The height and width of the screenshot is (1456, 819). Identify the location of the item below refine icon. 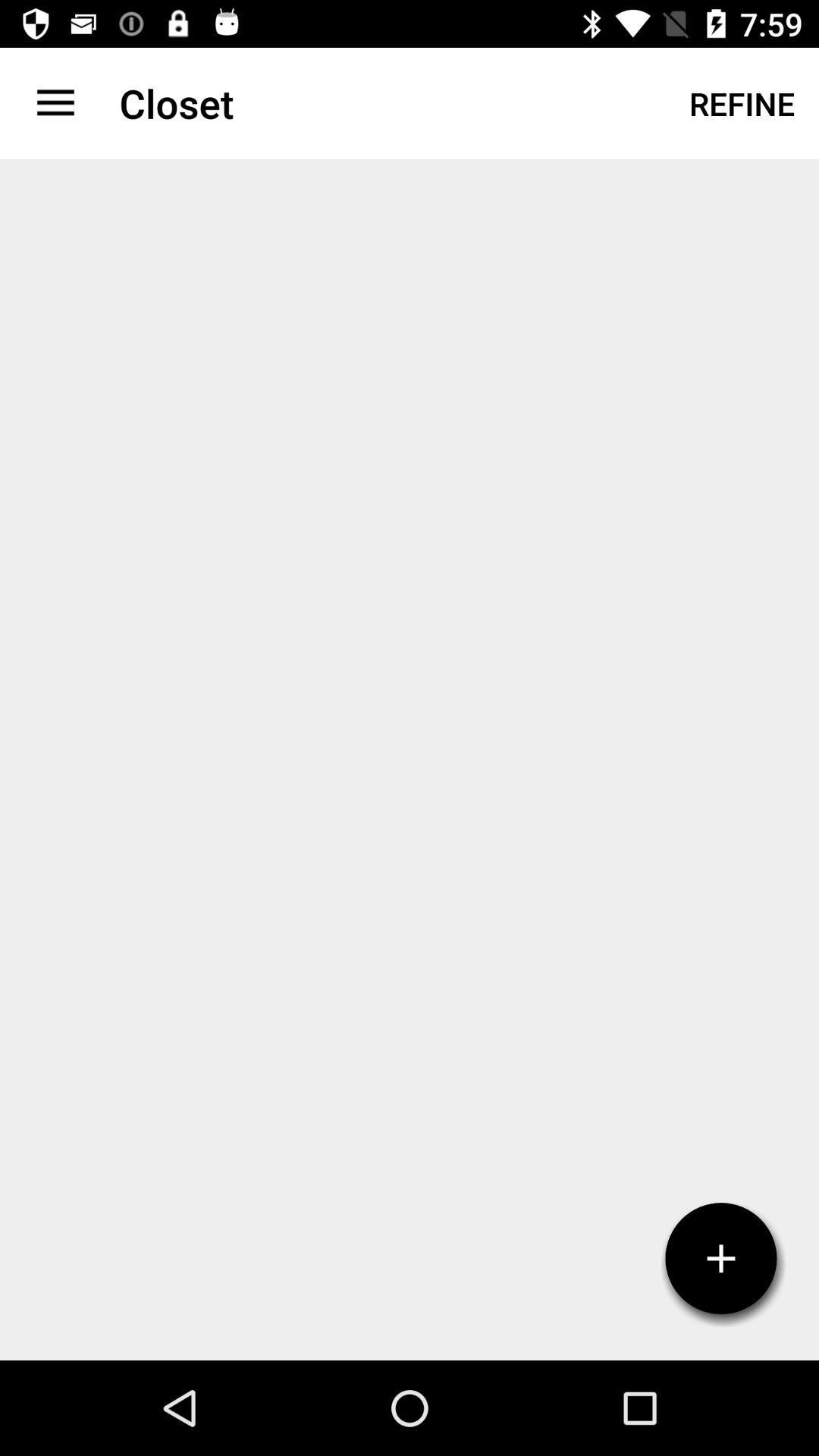
(720, 1258).